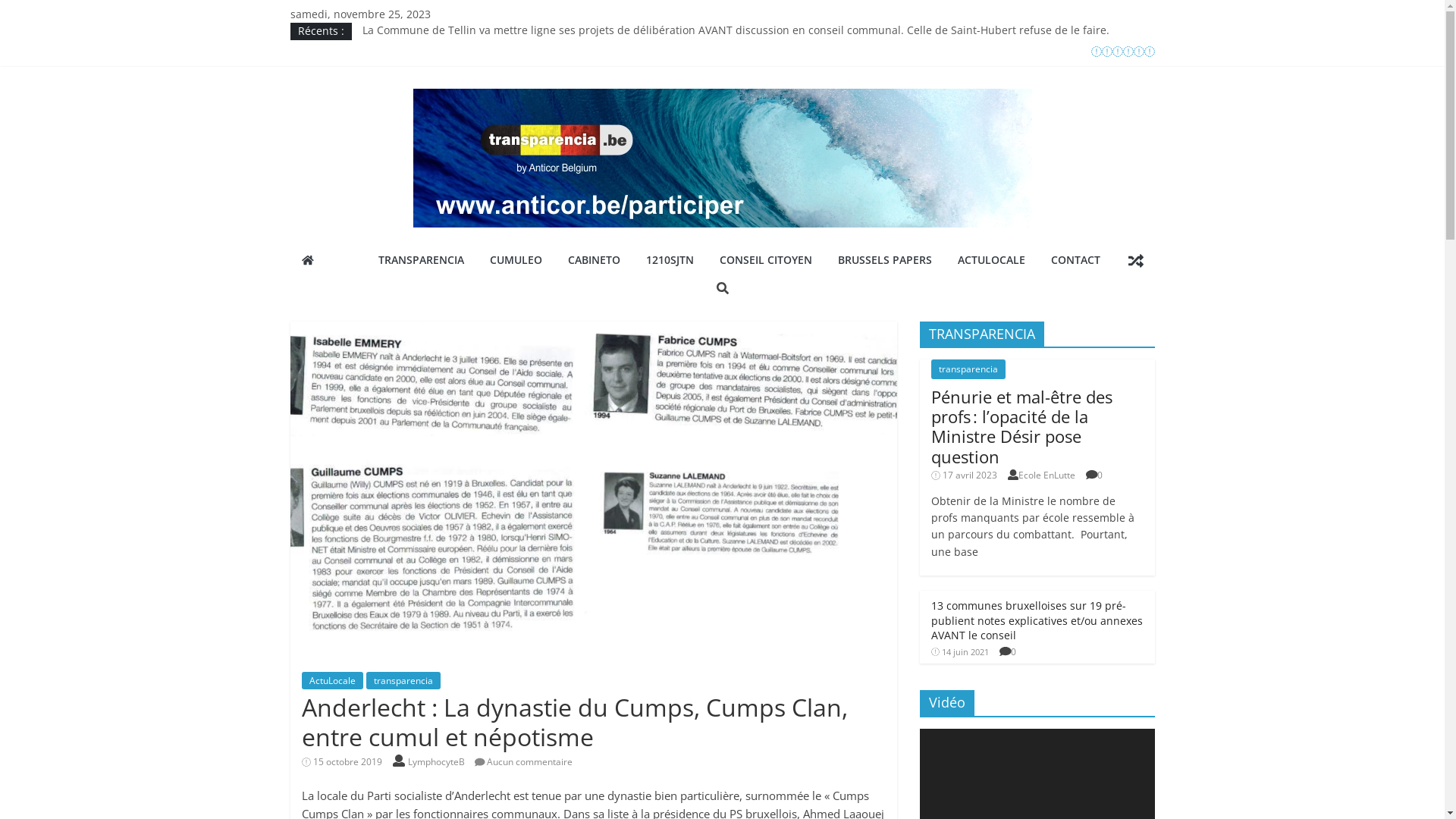 The height and width of the screenshot is (819, 1456). I want to click on '14 juin 2021', so click(959, 651).